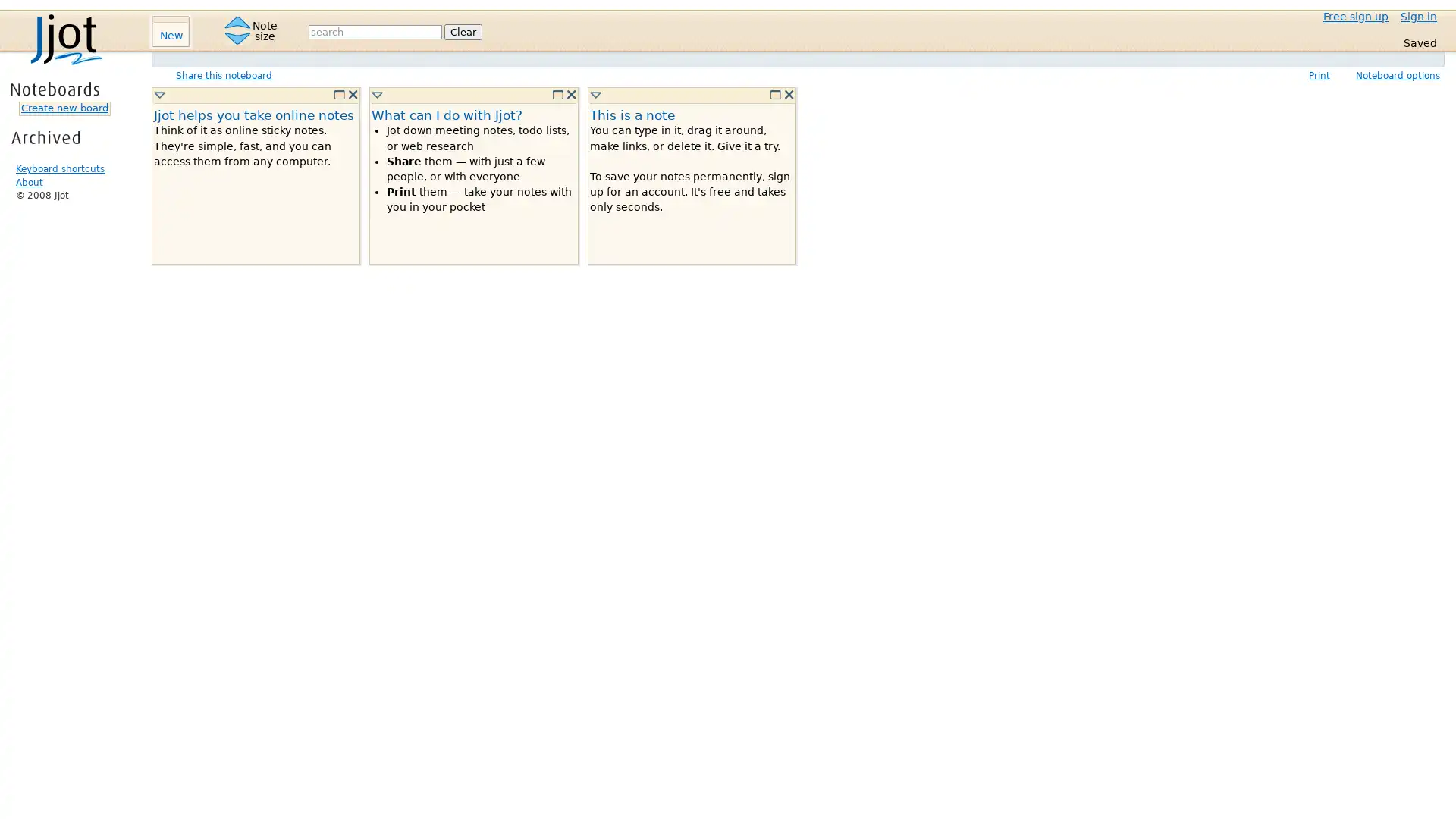 Image resolution: width=1456 pixels, height=819 pixels. Describe the element at coordinates (462, 31) in the screenshot. I see `Clear` at that location.